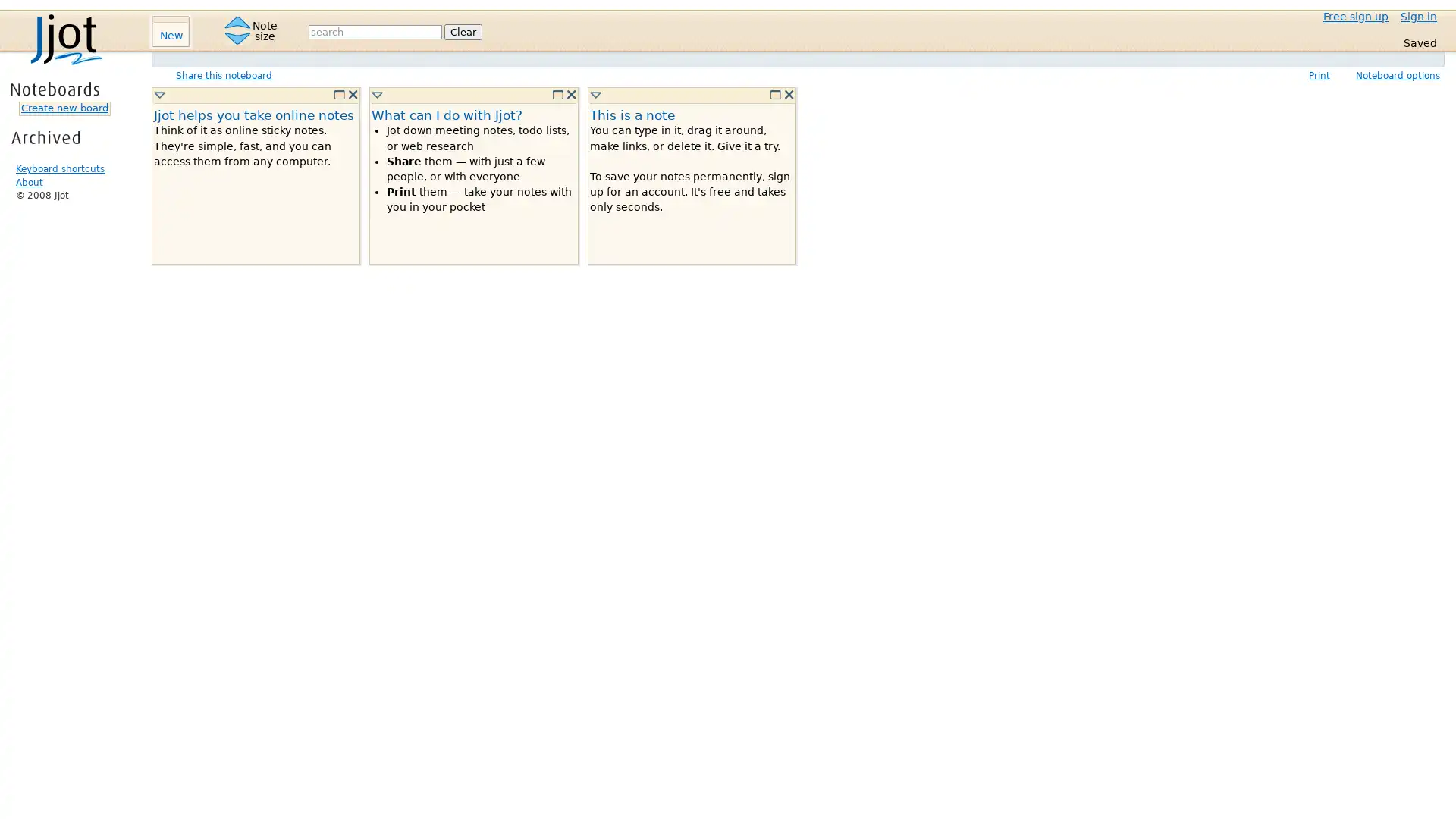 Image resolution: width=1456 pixels, height=819 pixels. Describe the element at coordinates (462, 31) in the screenshot. I see `Clear` at that location.